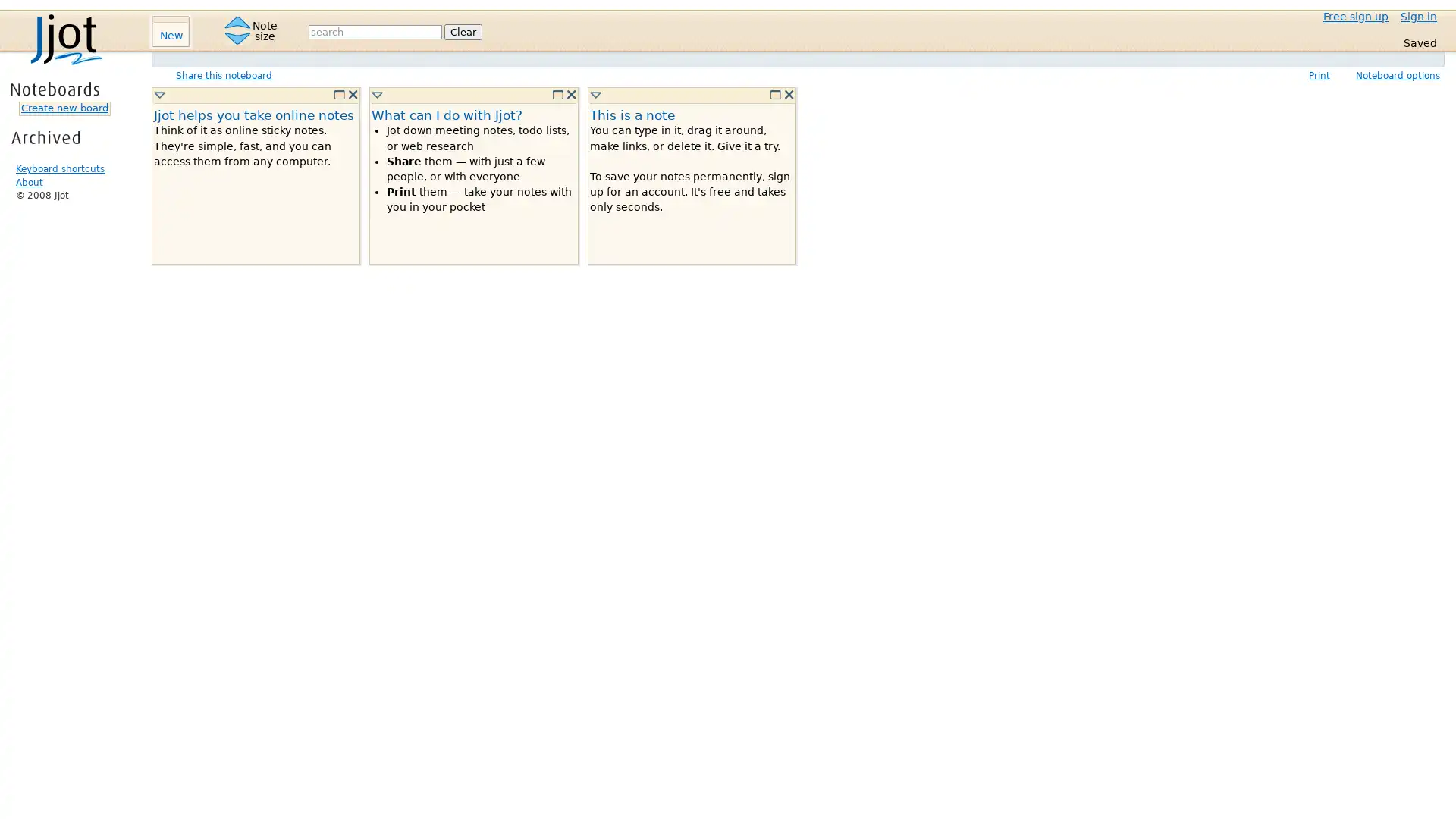 Image resolution: width=1456 pixels, height=819 pixels. Describe the element at coordinates (462, 31) in the screenshot. I see `Clear` at that location.